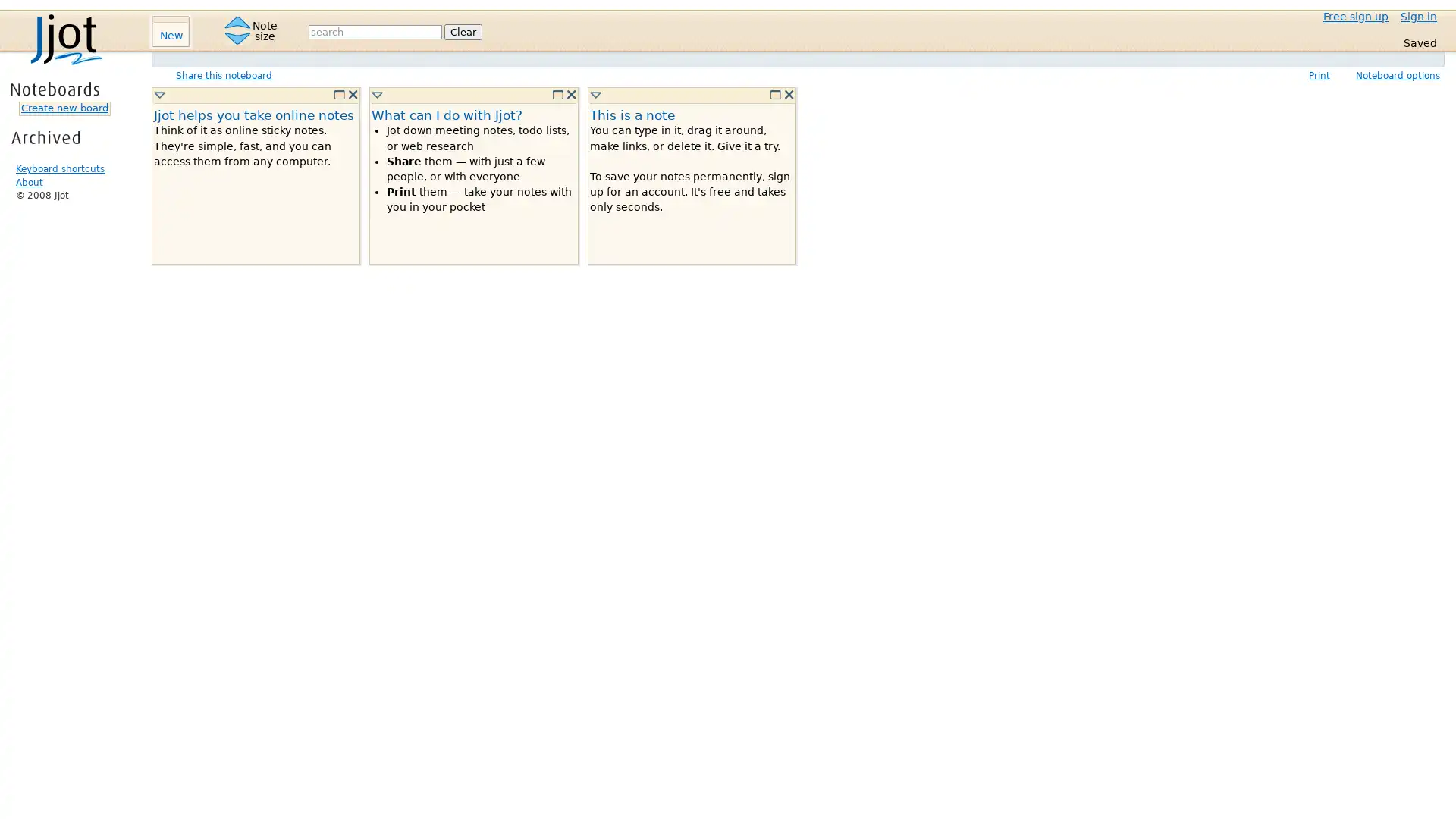 Image resolution: width=1456 pixels, height=819 pixels. Describe the element at coordinates (462, 31) in the screenshot. I see `Clear` at that location.